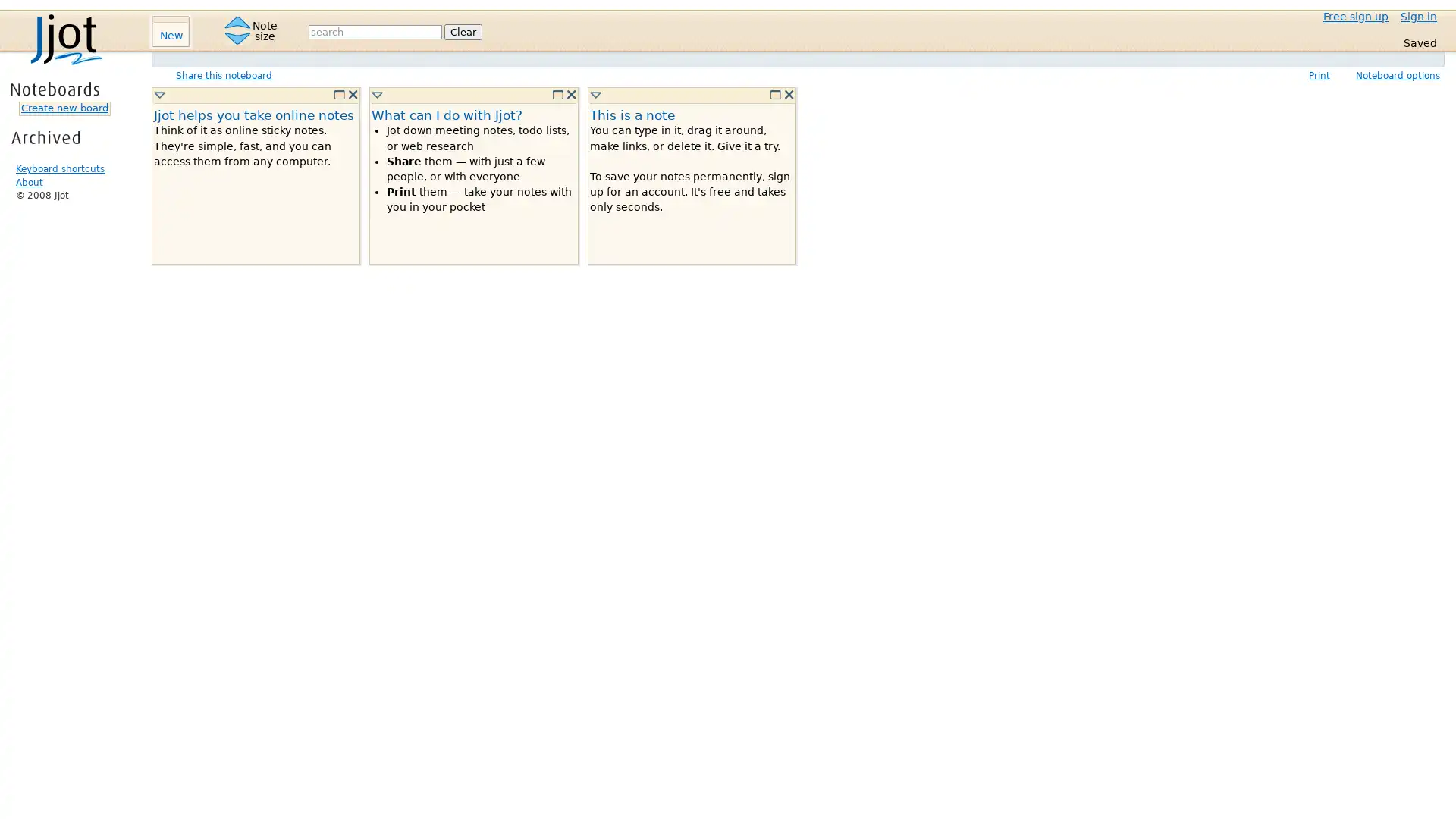 Image resolution: width=1456 pixels, height=819 pixels. Describe the element at coordinates (462, 31) in the screenshot. I see `Clear` at that location.